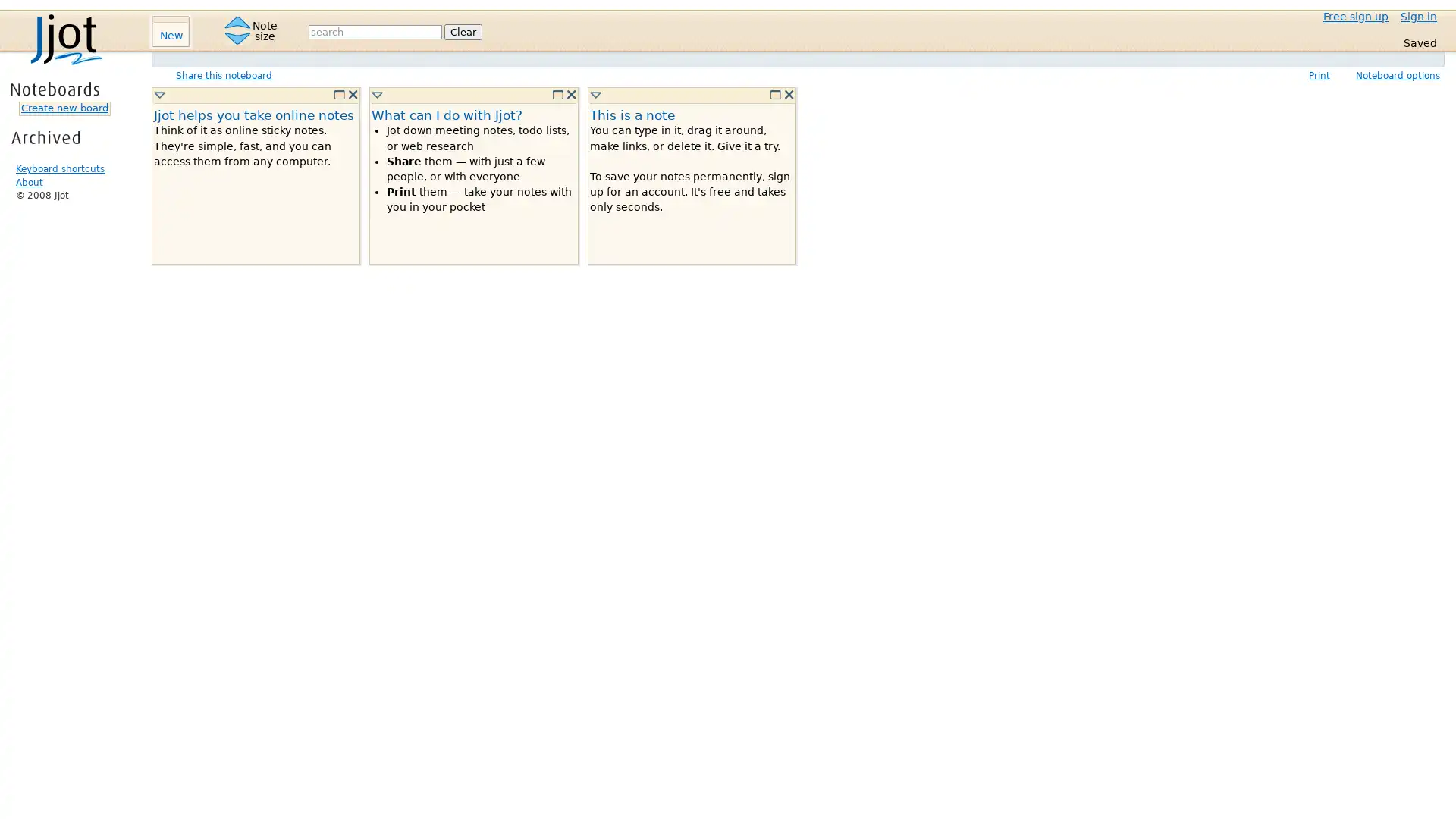 Image resolution: width=1456 pixels, height=819 pixels. Describe the element at coordinates (462, 31) in the screenshot. I see `Clear` at that location.